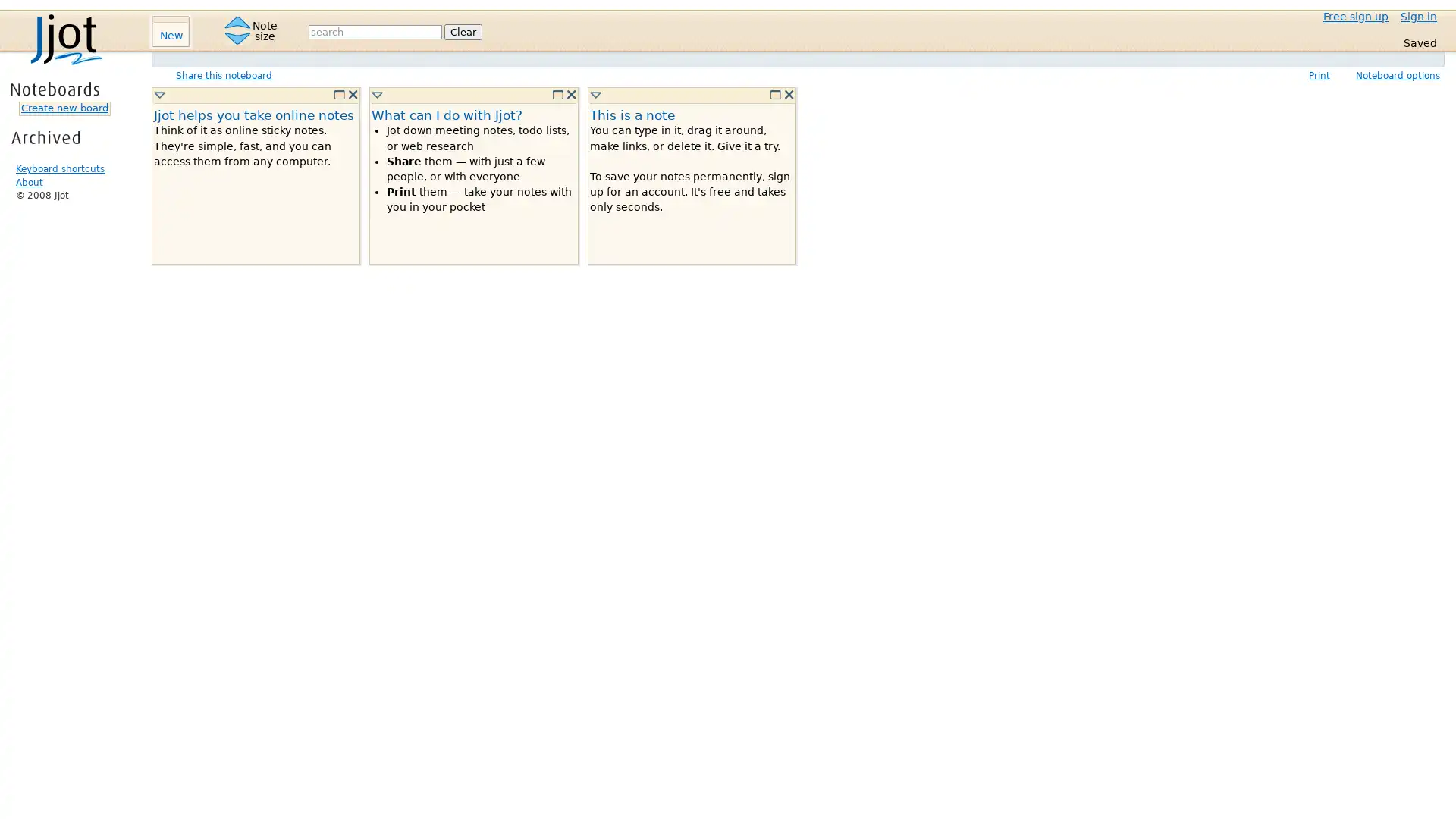 Image resolution: width=1456 pixels, height=819 pixels. Describe the element at coordinates (462, 31) in the screenshot. I see `Clear` at that location.